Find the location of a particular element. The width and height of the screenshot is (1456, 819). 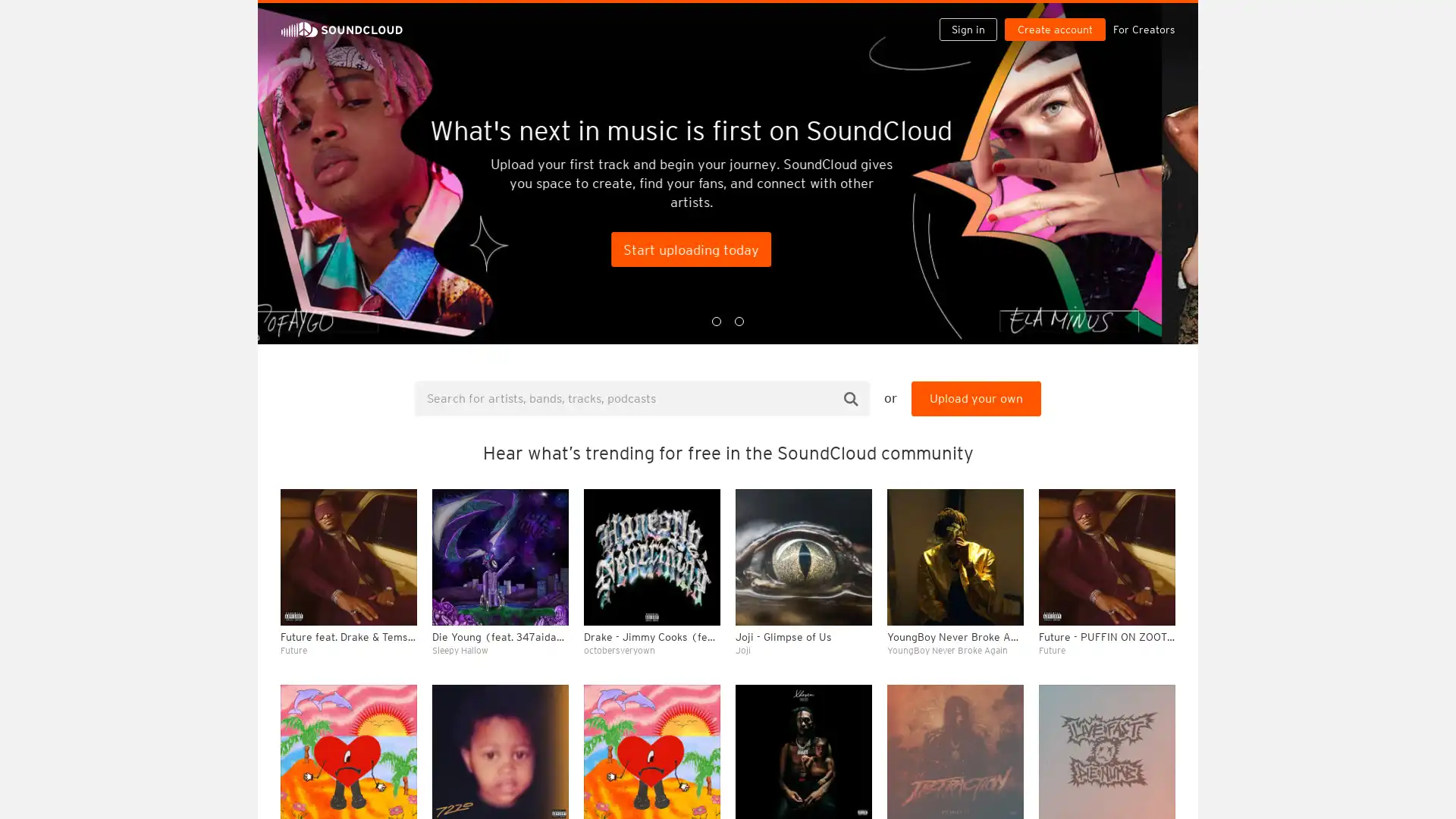

Search is located at coordinates (851, 397).